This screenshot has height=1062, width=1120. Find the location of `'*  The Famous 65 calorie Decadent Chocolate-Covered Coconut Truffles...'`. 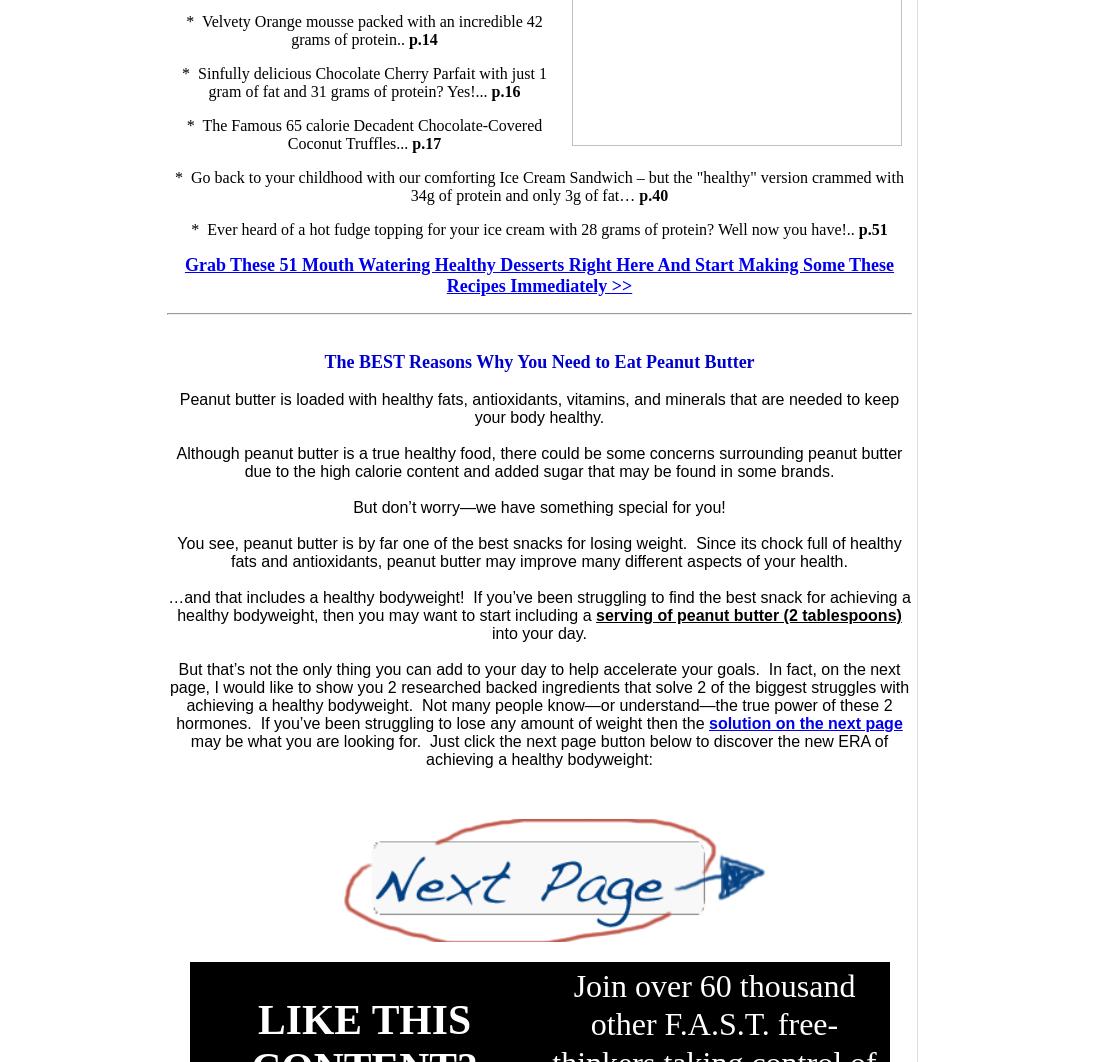

'*  The Famous 65 calorie Decadent Chocolate-Covered Coconut Truffles...' is located at coordinates (364, 134).